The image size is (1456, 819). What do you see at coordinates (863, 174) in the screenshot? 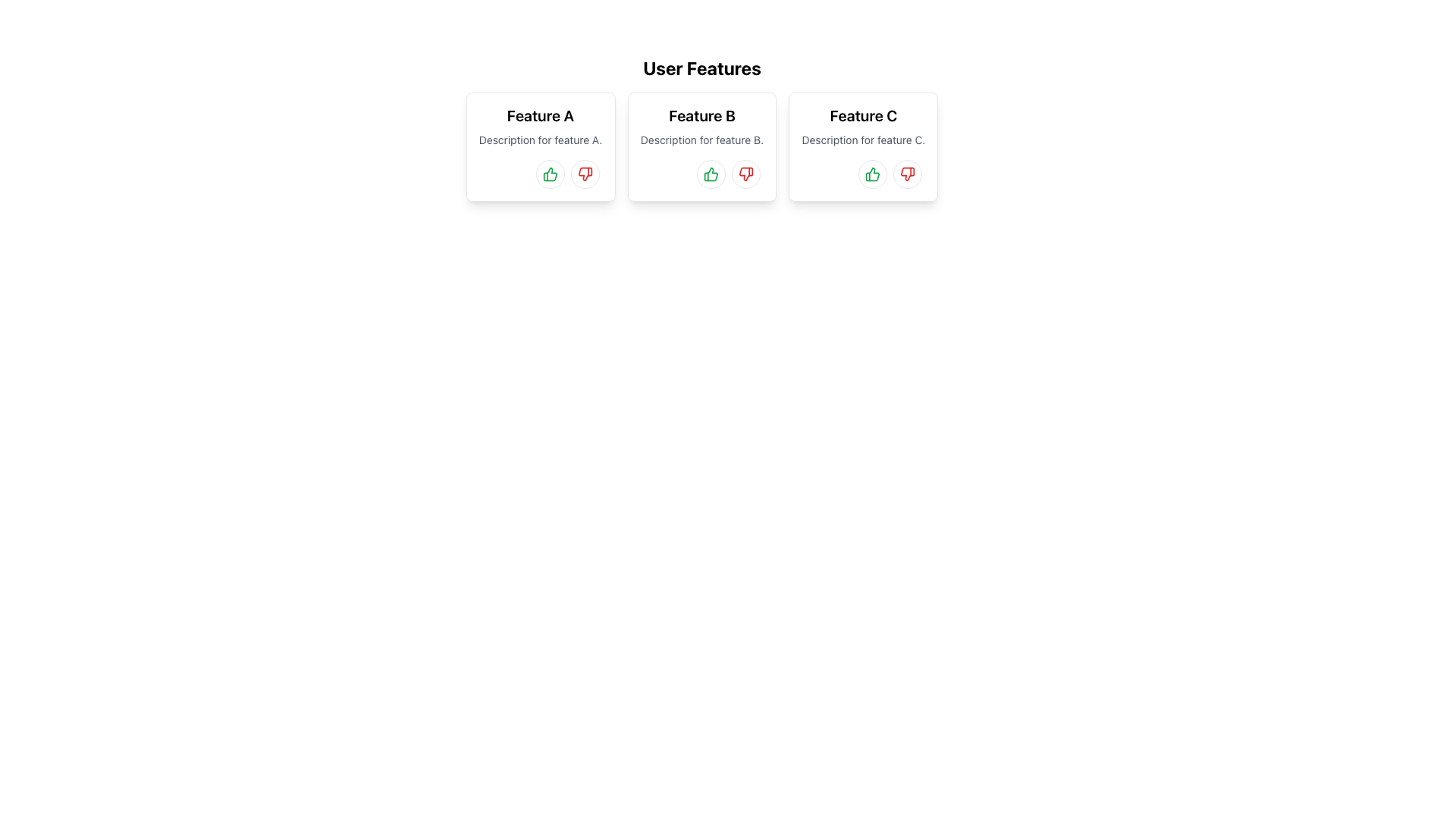
I see `the Icon Button to express a positive response or approval for 'Feature C', which is located in the footer area of the 'Feature C' panel, and is the leftmost option before a red thumbs-down button` at bounding box center [863, 174].